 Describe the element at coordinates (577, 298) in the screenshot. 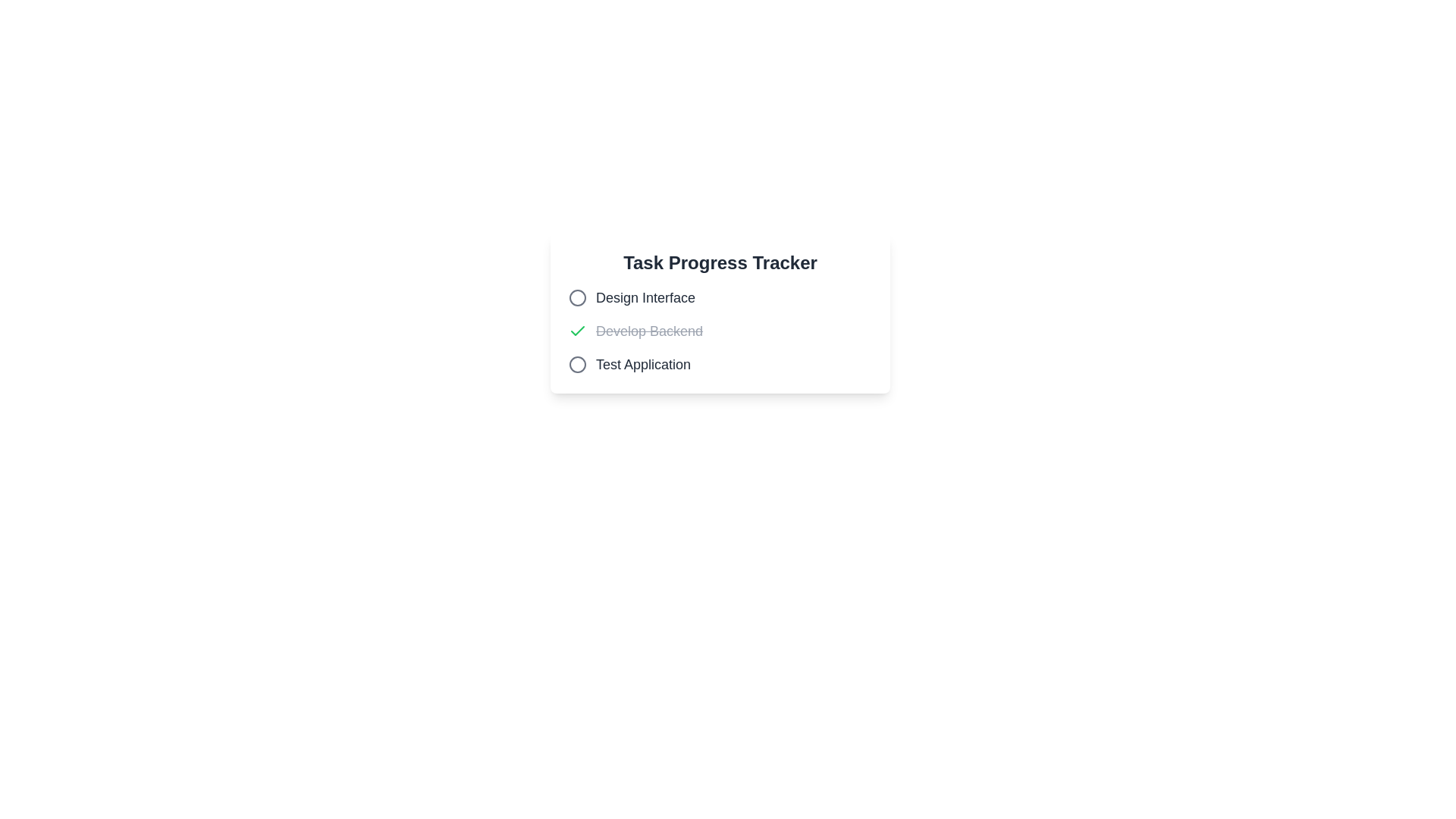

I see `the SVG icon positioned on the top-left side of the text 'Design Interface' in the 'Task Progress Tracker' card, which serves as a status marker for the task` at that location.